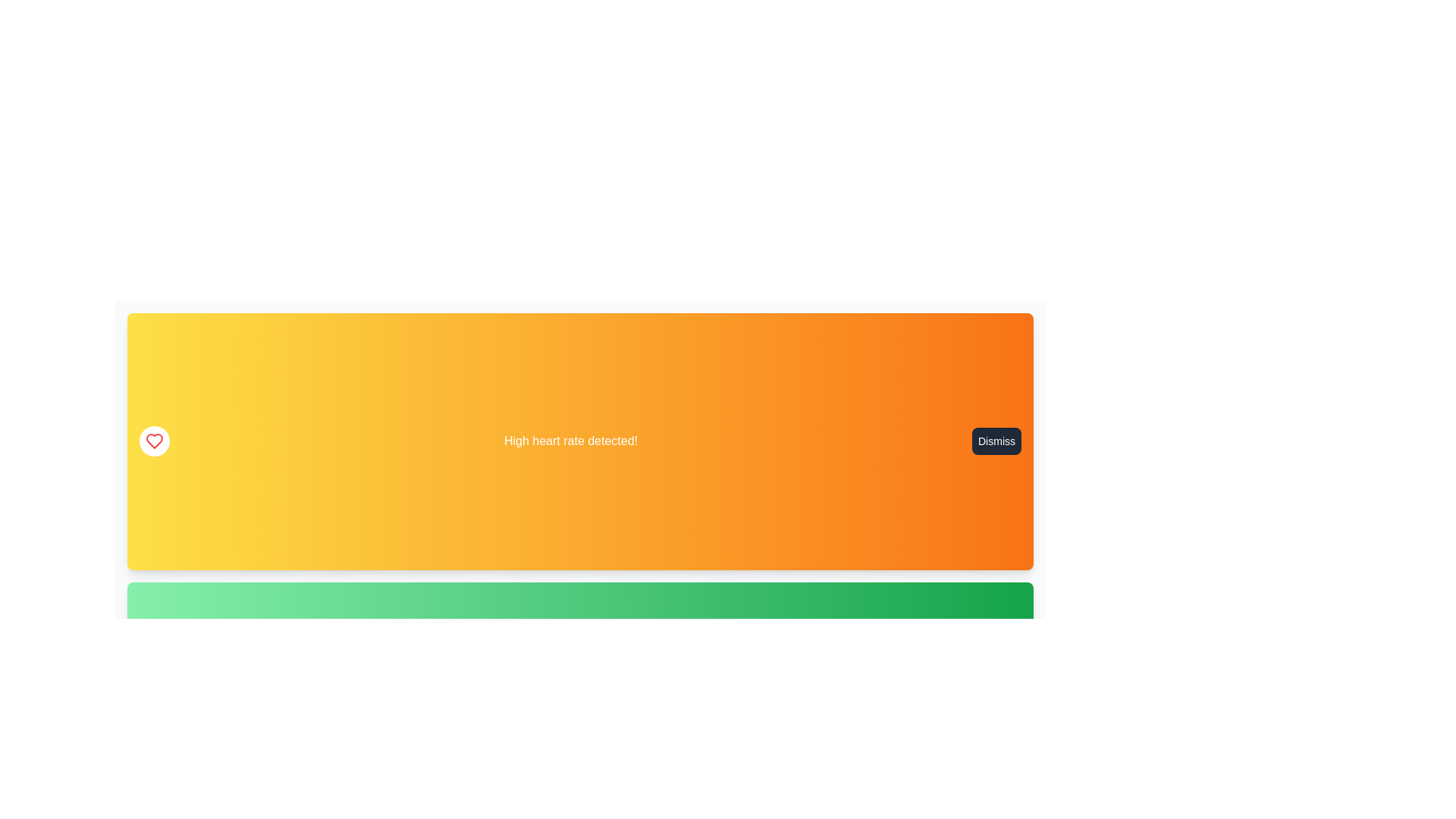  Describe the element at coordinates (996, 441) in the screenshot. I see `the 'Dismiss' button for the alert 'High heart rate detected!'` at that location.